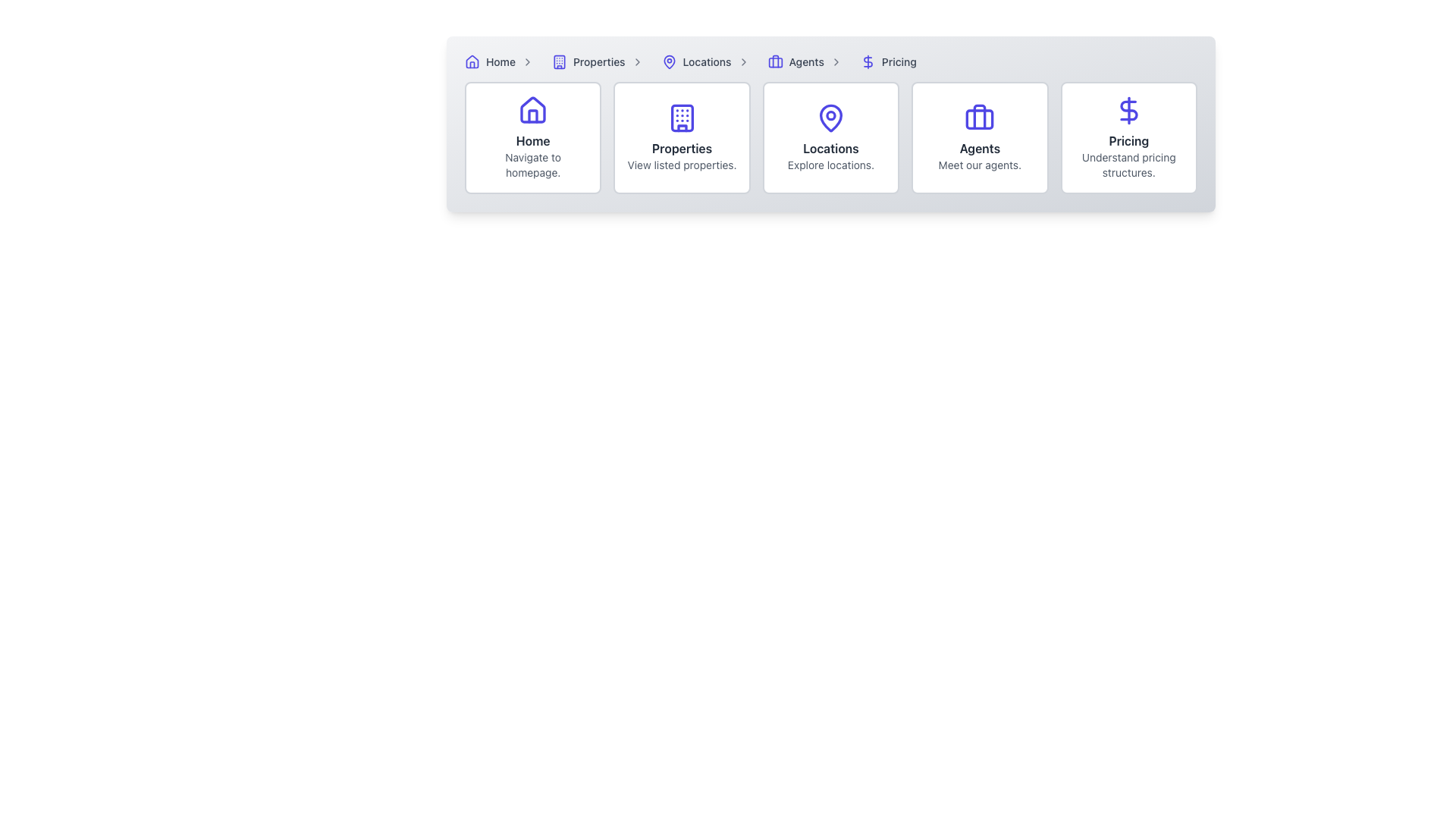 The image size is (1456, 819). I want to click on the card component displaying 'Locations' with a map pin icon, which is the third card in a horizontal grid of five items, so click(830, 137).